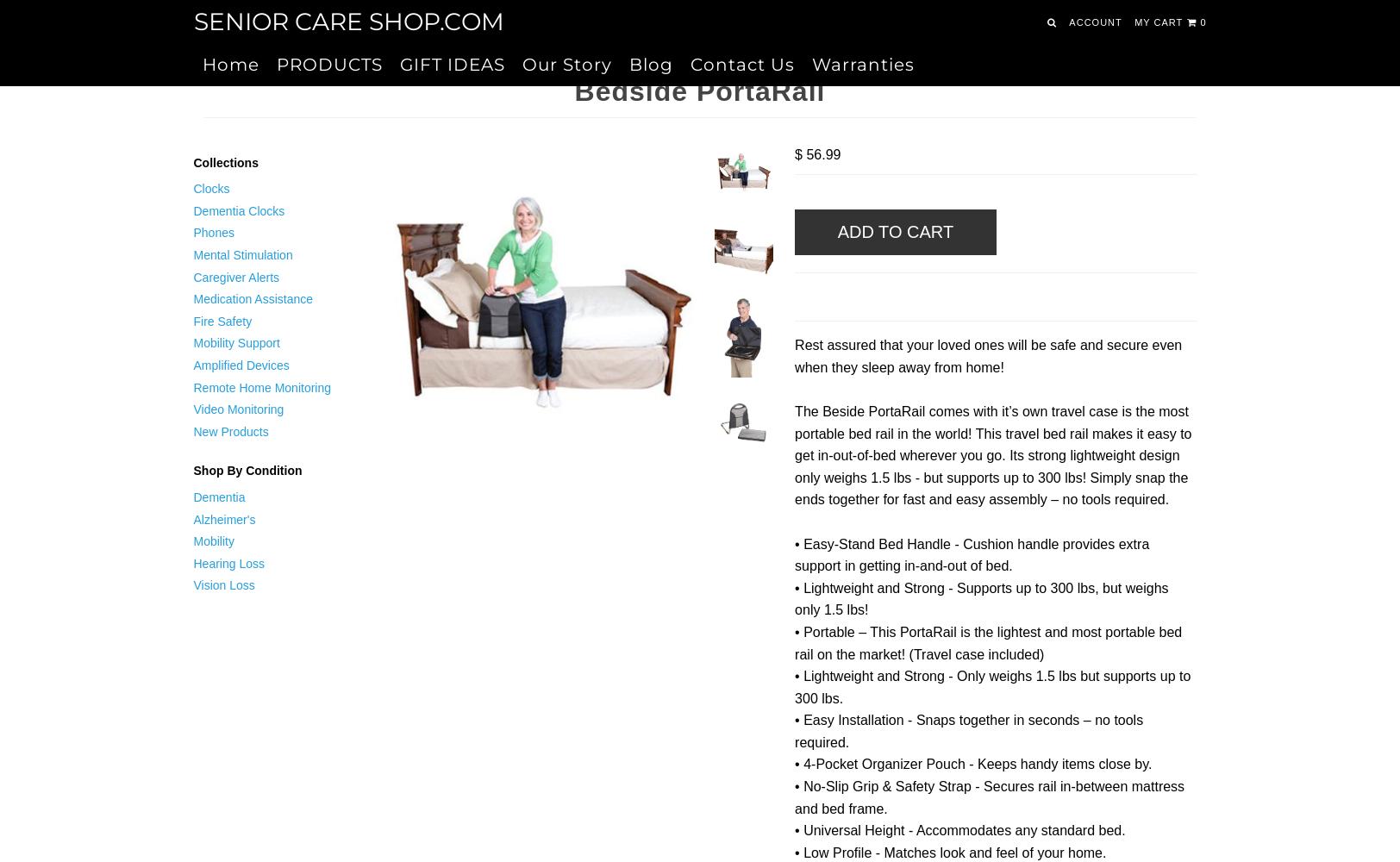  Describe the element at coordinates (217, 496) in the screenshot. I see `'Dementia'` at that location.